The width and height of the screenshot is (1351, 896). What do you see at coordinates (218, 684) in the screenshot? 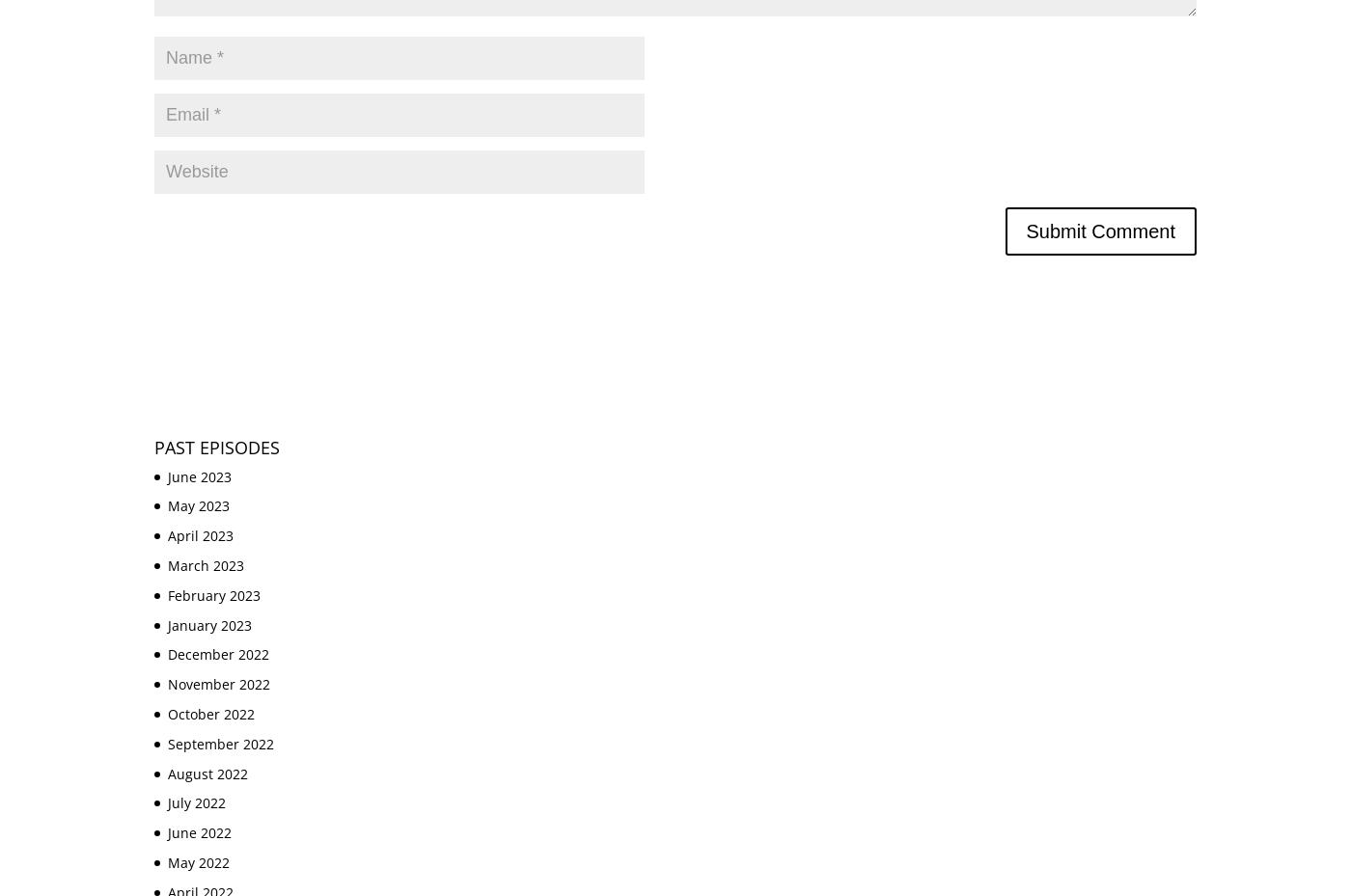
I see `'November 2022'` at bounding box center [218, 684].